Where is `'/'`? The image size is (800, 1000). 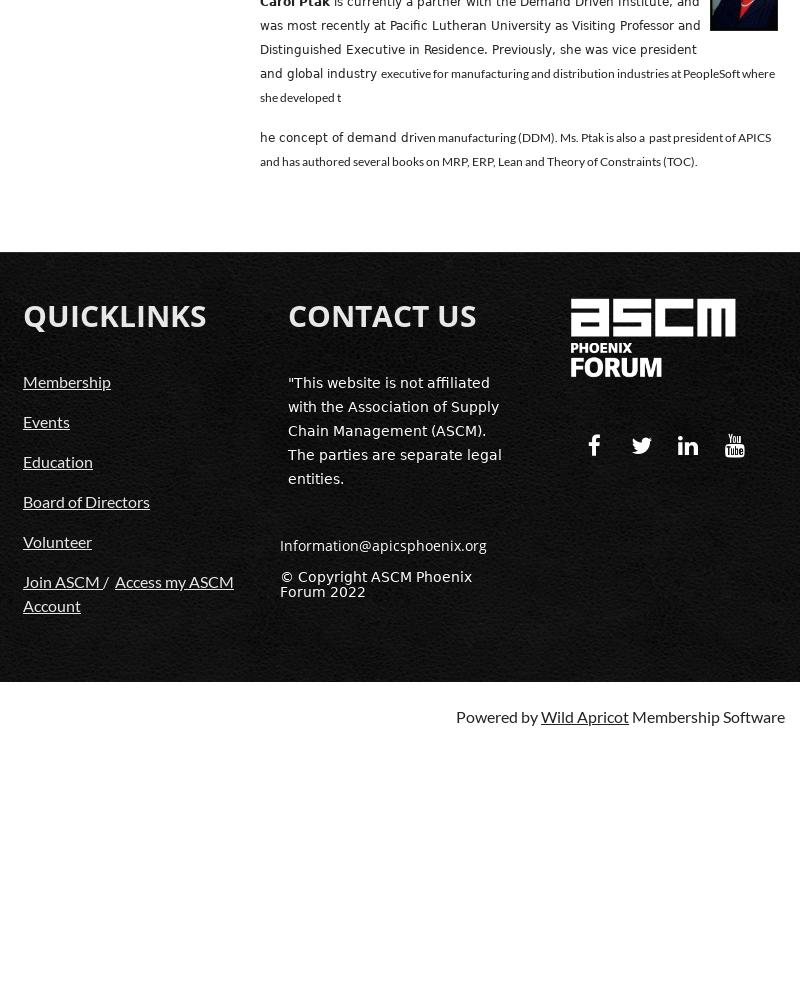
'/' is located at coordinates (107, 579).